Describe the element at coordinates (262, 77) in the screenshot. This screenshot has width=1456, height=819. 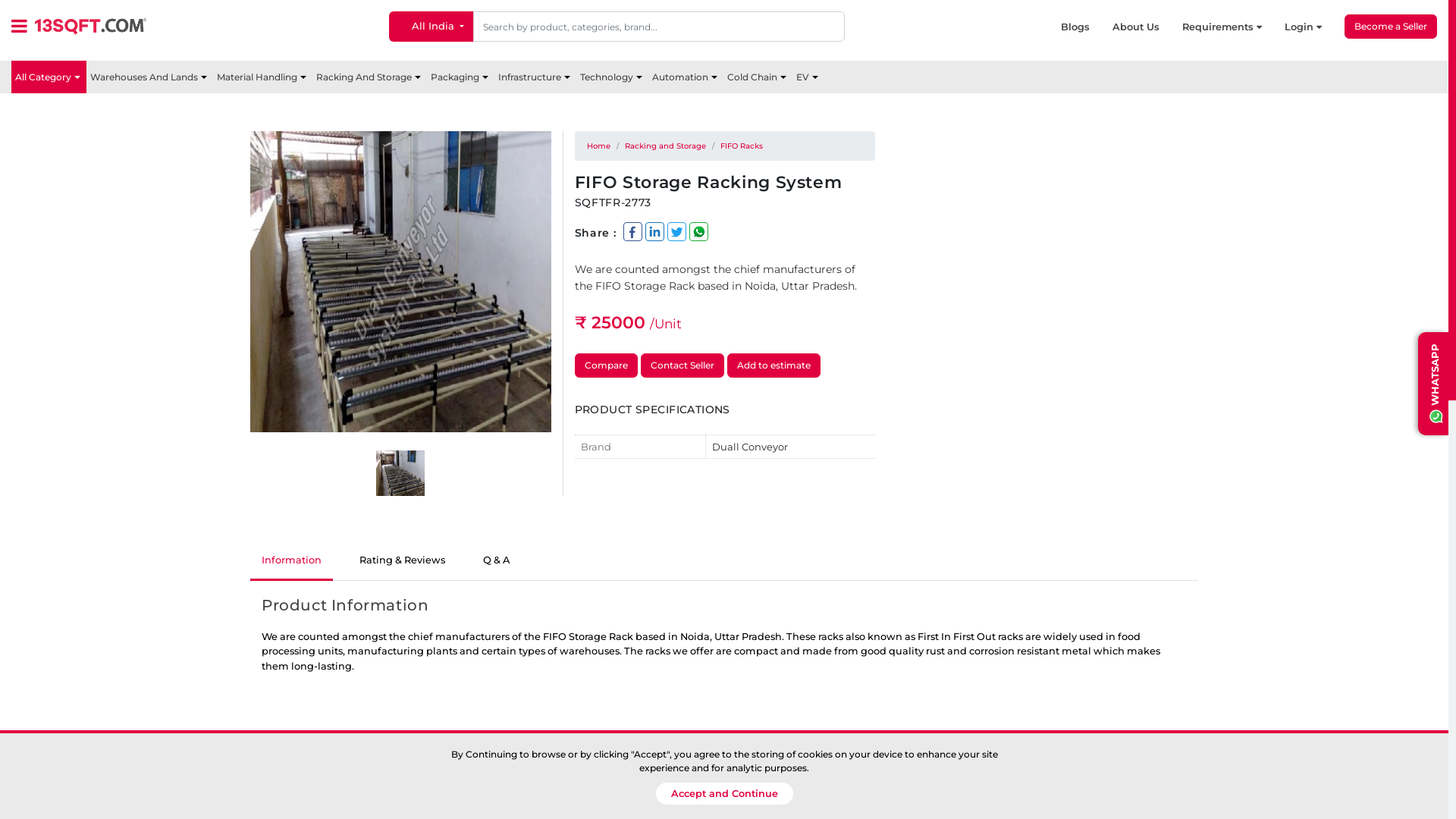
I see `'Material Handling'` at that location.